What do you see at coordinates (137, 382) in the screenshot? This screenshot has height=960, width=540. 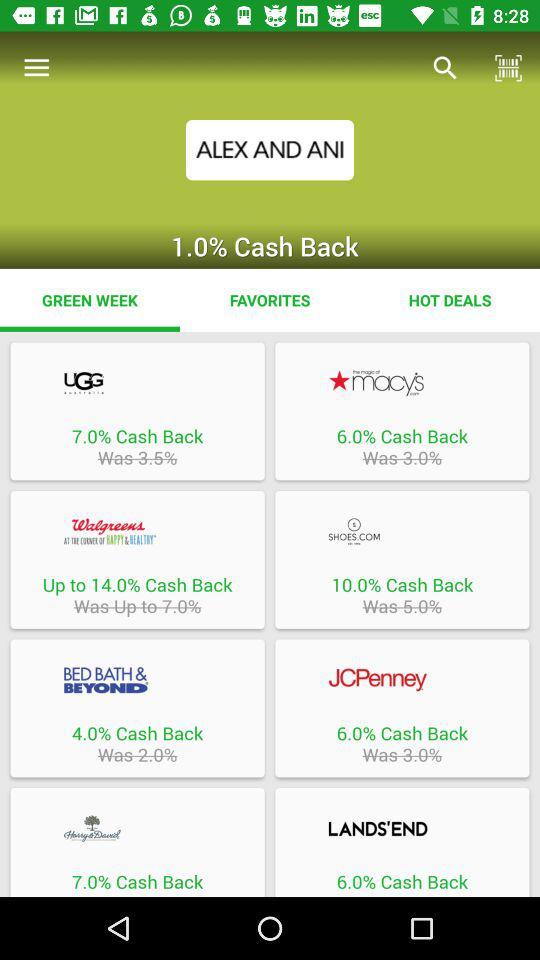 I see `the ugg` at bounding box center [137, 382].